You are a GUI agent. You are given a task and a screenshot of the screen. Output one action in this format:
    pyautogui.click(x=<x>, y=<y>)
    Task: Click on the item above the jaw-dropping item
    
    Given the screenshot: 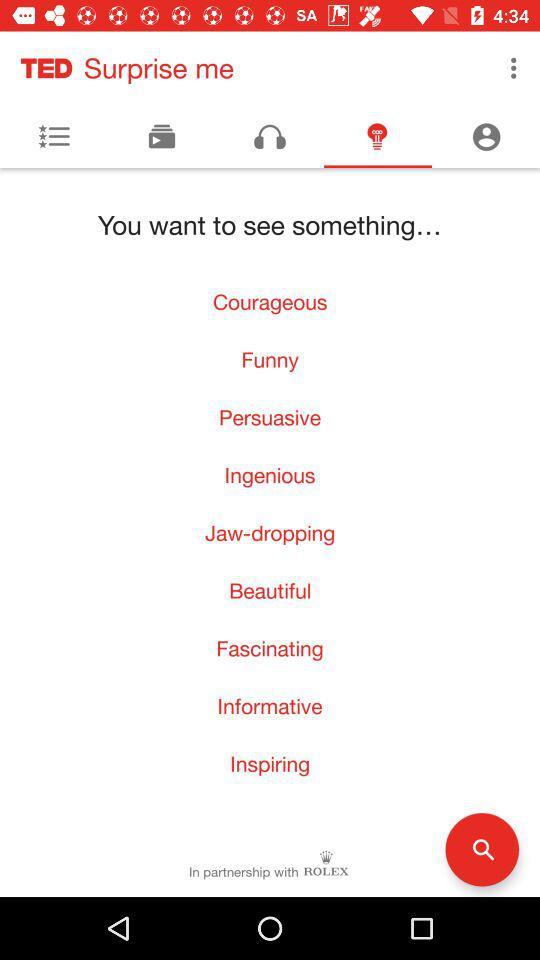 What is the action you would take?
    pyautogui.click(x=270, y=475)
    